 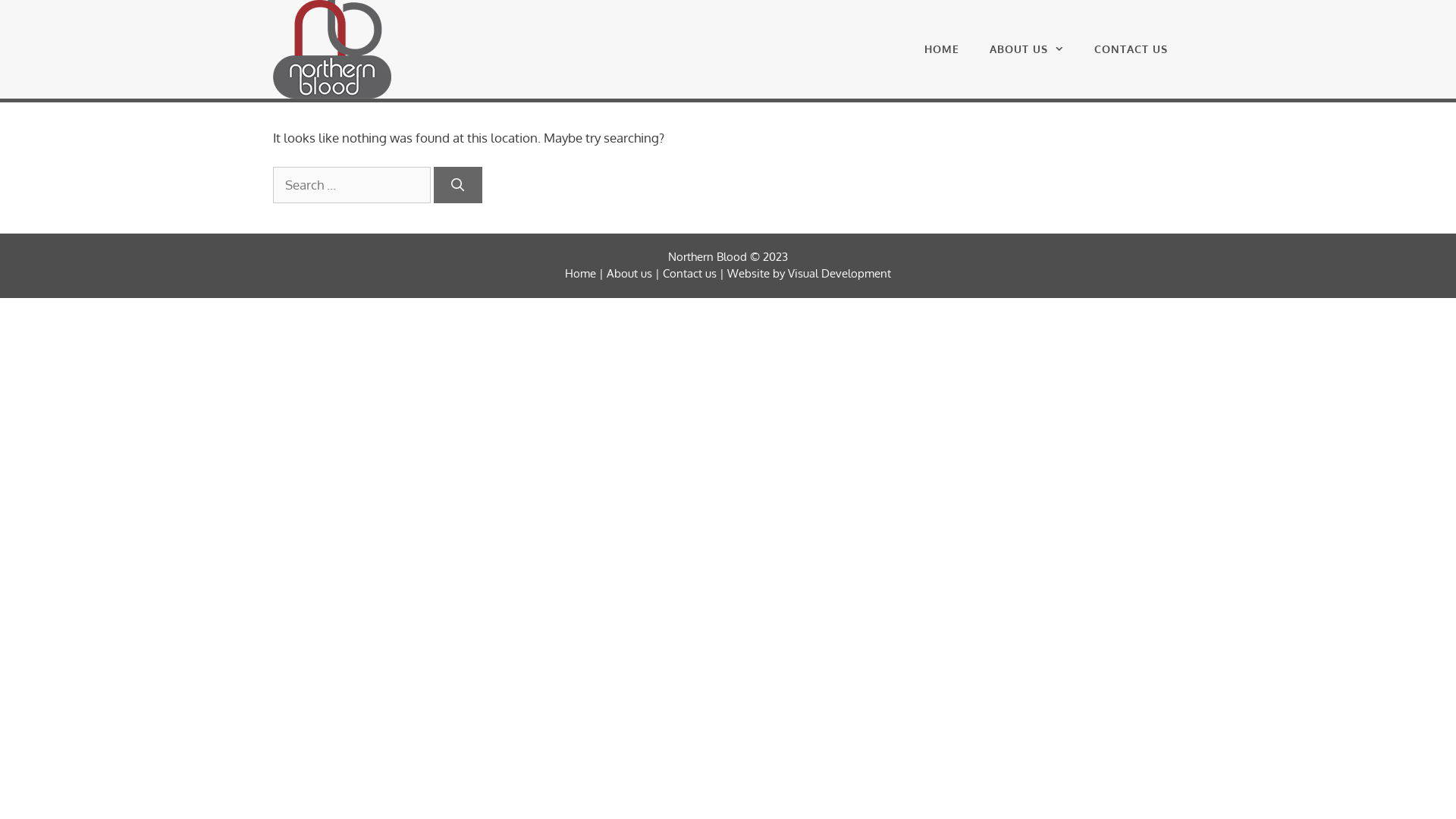 I want to click on 'HOME', so click(x=941, y=49).